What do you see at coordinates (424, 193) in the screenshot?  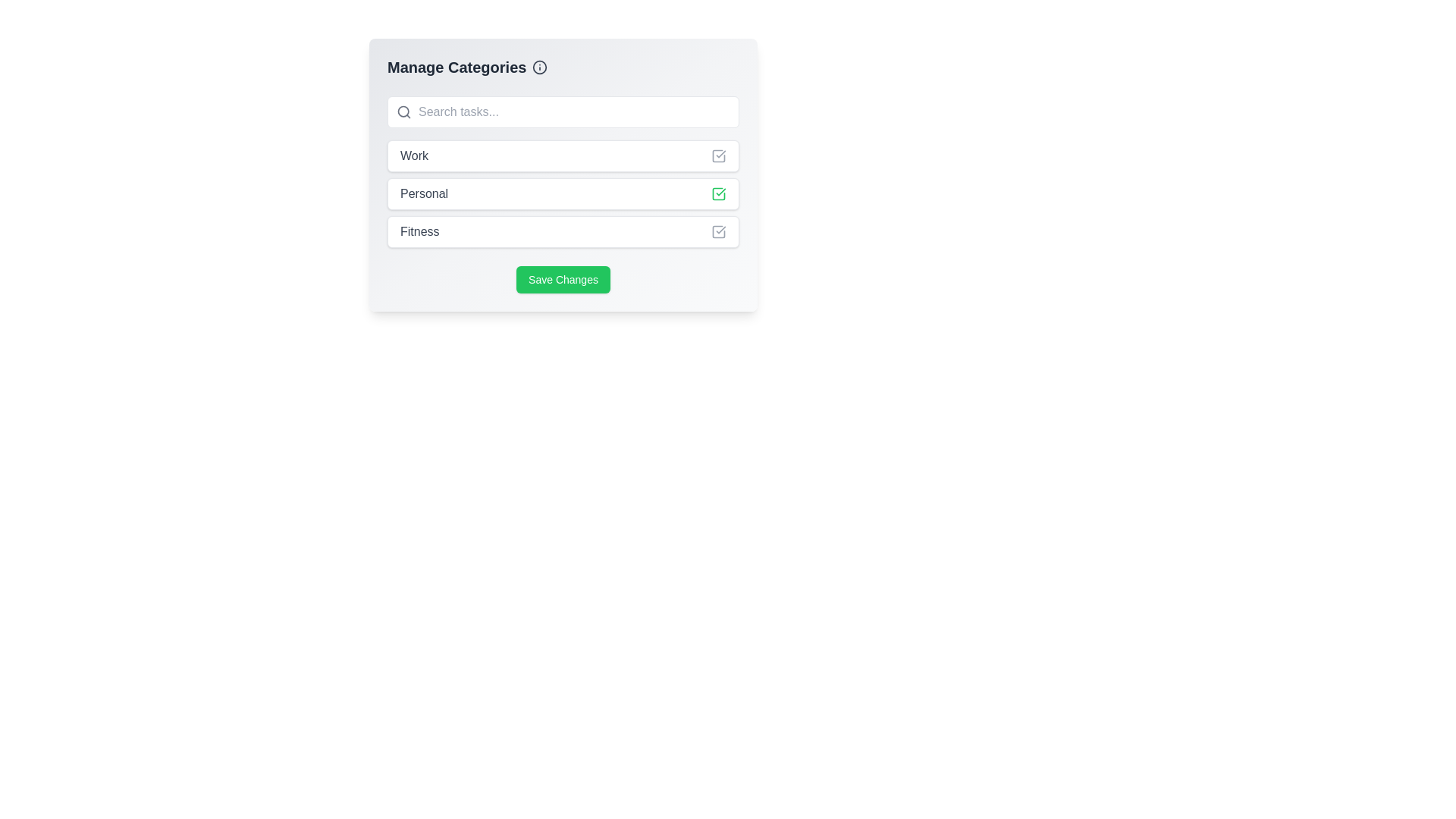 I see `the static text label that indicates the 'Personal' category, which is positioned below 'Work' and above 'Fitness' in a vertically stacked list of categories` at bounding box center [424, 193].